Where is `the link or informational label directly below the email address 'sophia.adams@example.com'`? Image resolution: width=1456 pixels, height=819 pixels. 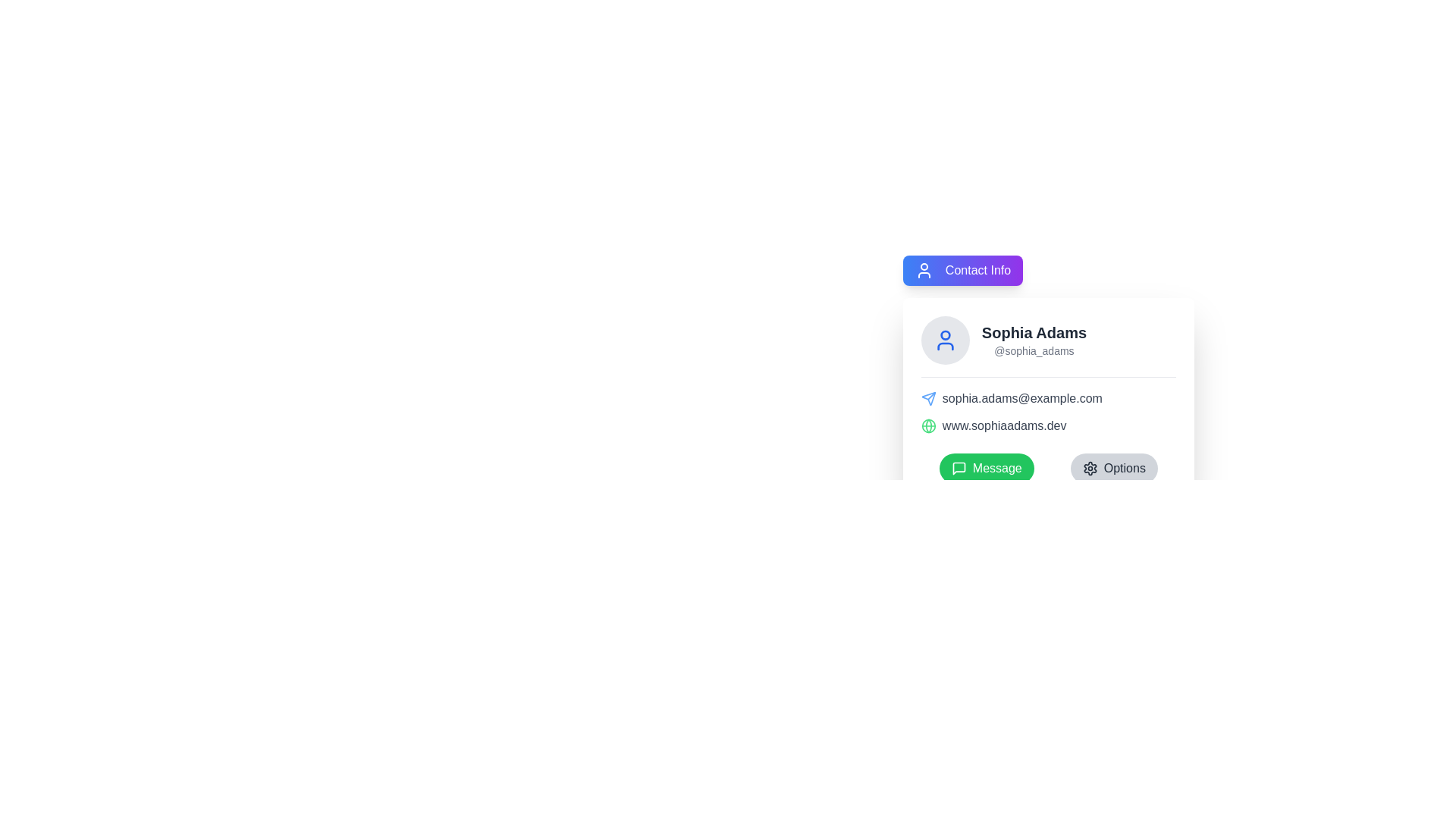 the link or informational label directly below the email address 'sophia.adams@example.com' is located at coordinates (1047, 426).